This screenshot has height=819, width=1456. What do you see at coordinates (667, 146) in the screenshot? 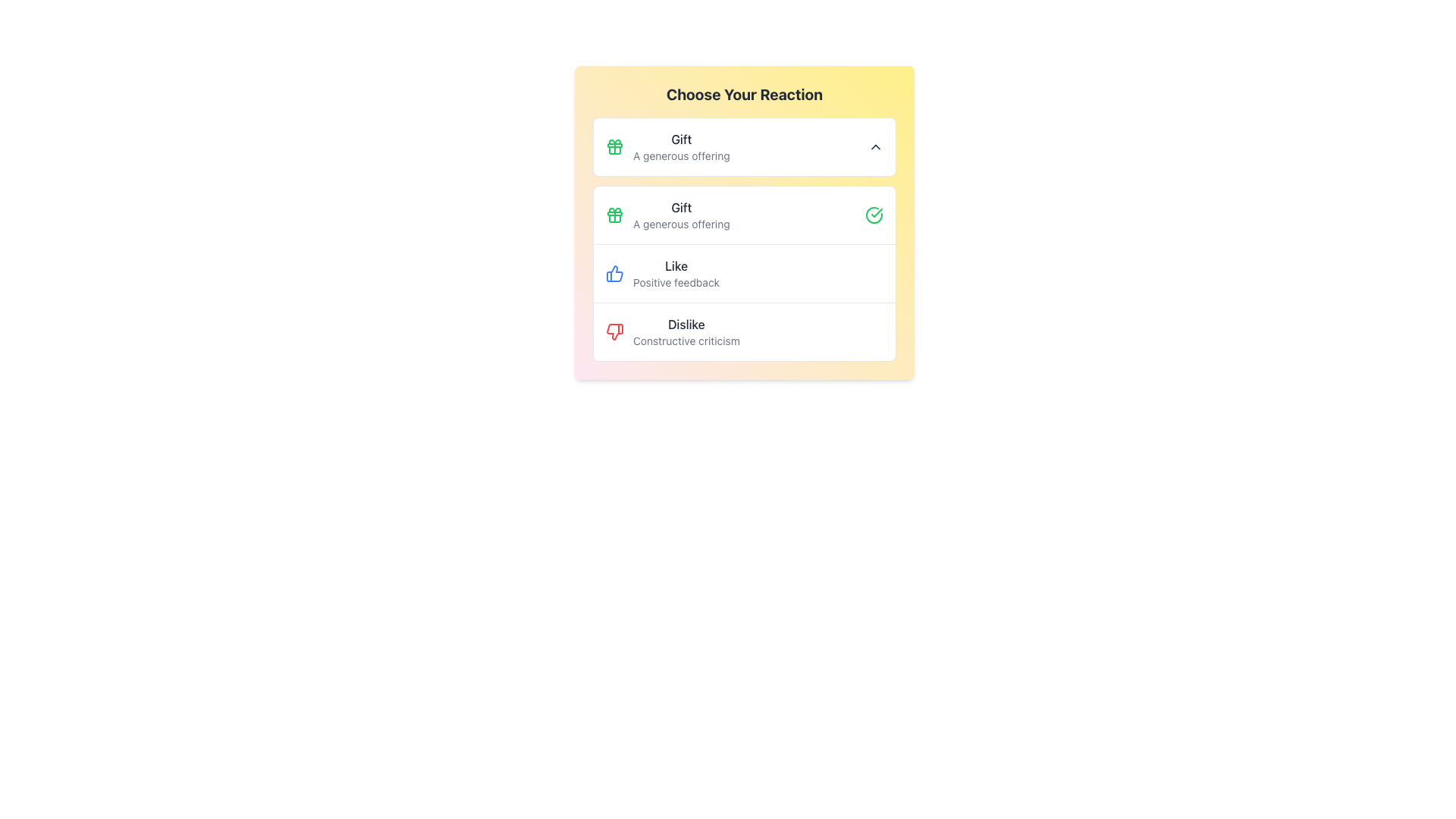
I see `description text of the 'Gift' menu item, which includes the title 'Gift' and the subtitle 'A generous offering', accompanied by a green gift icon` at bounding box center [667, 146].